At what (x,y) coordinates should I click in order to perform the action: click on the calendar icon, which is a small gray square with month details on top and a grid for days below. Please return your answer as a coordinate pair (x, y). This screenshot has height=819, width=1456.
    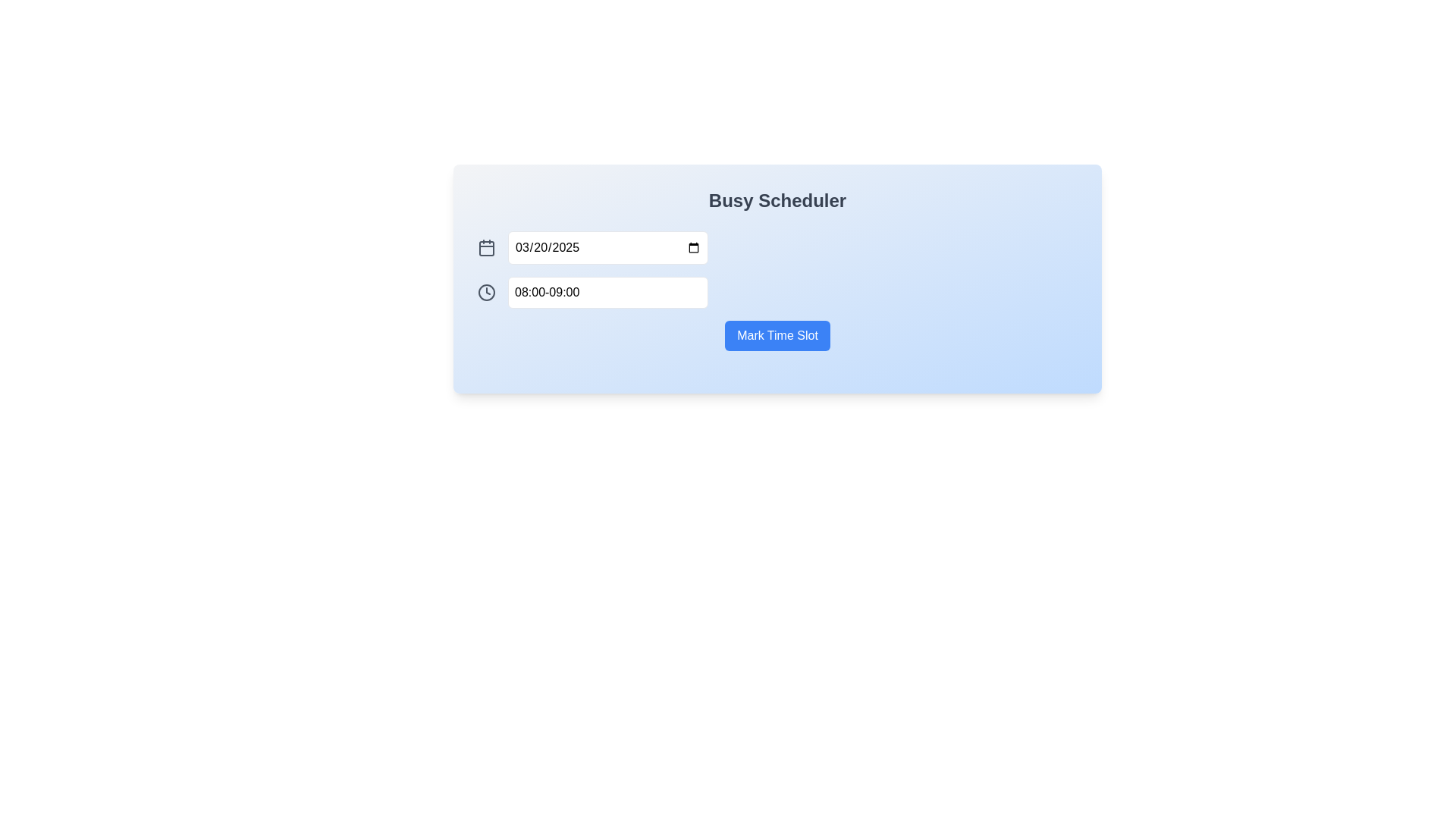
    Looking at the image, I should click on (487, 247).